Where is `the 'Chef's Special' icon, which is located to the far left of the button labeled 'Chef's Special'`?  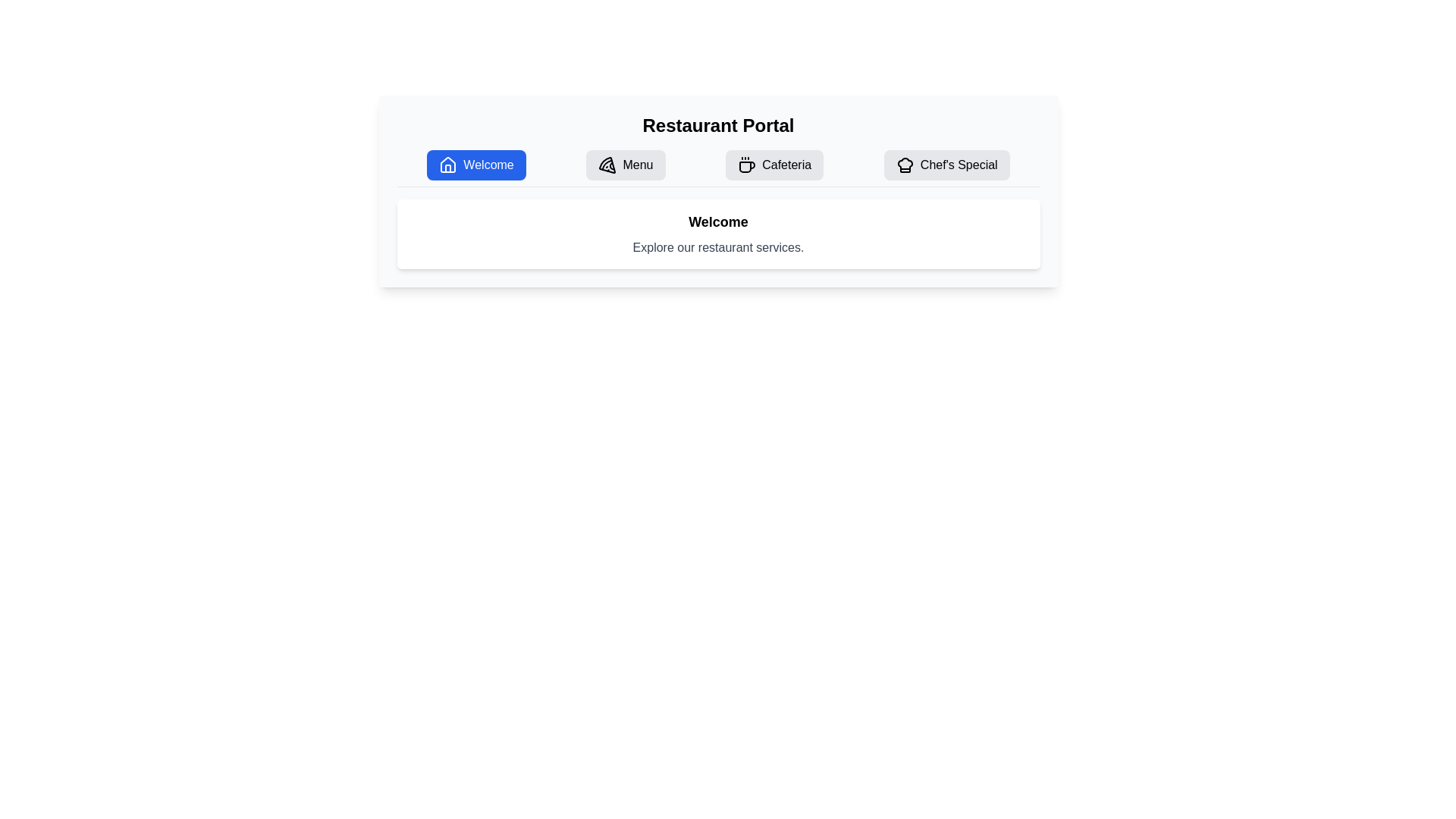 the 'Chef's Special' icon, which is located to the far left of the button labeled 'Chef's Special' is located at coordinates (905, 165).